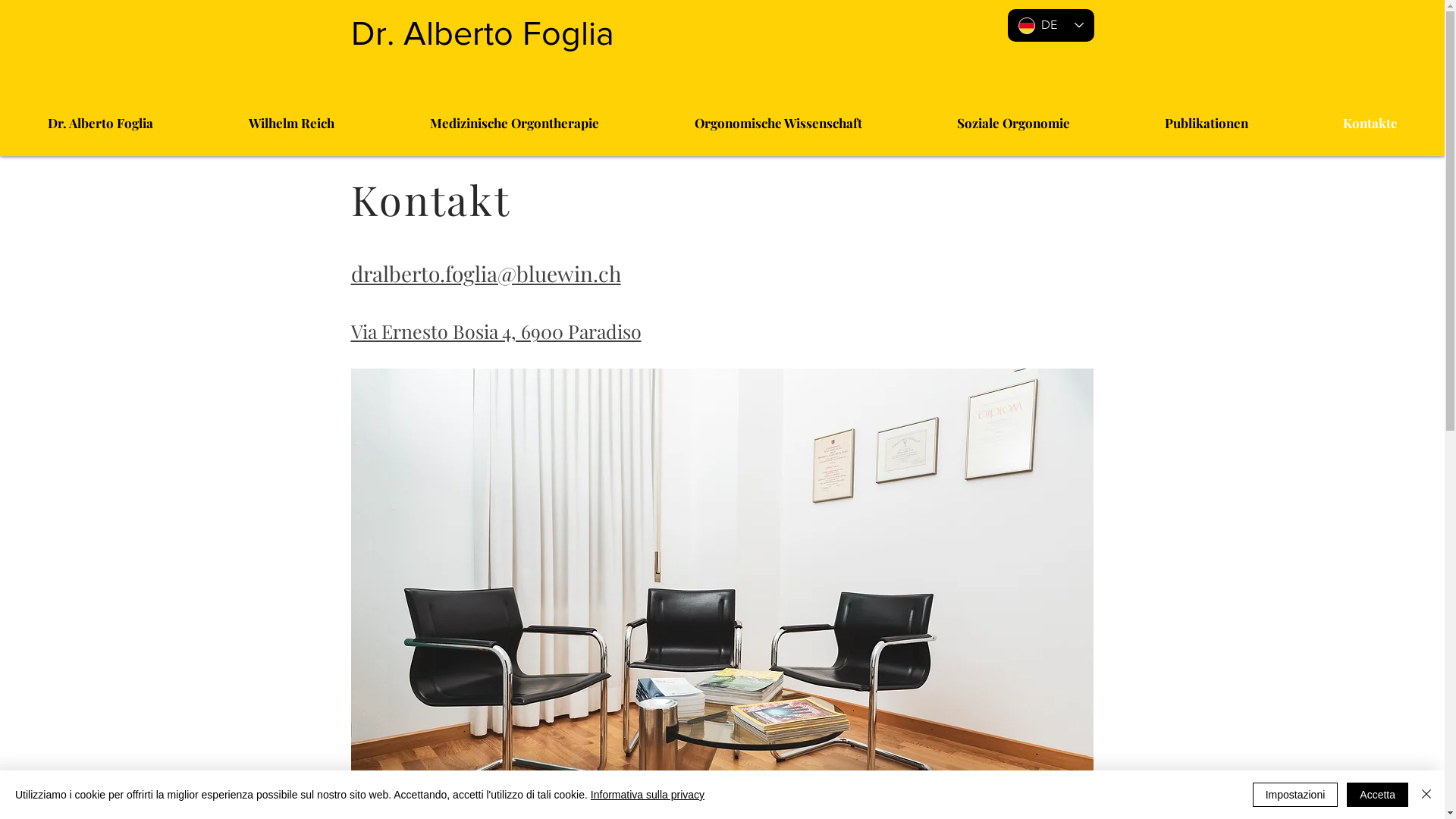  Describe the element at coordinates (484, 275) in the screenshot. I see `'dralberto.foglia@bluewin.ch'` at that location.